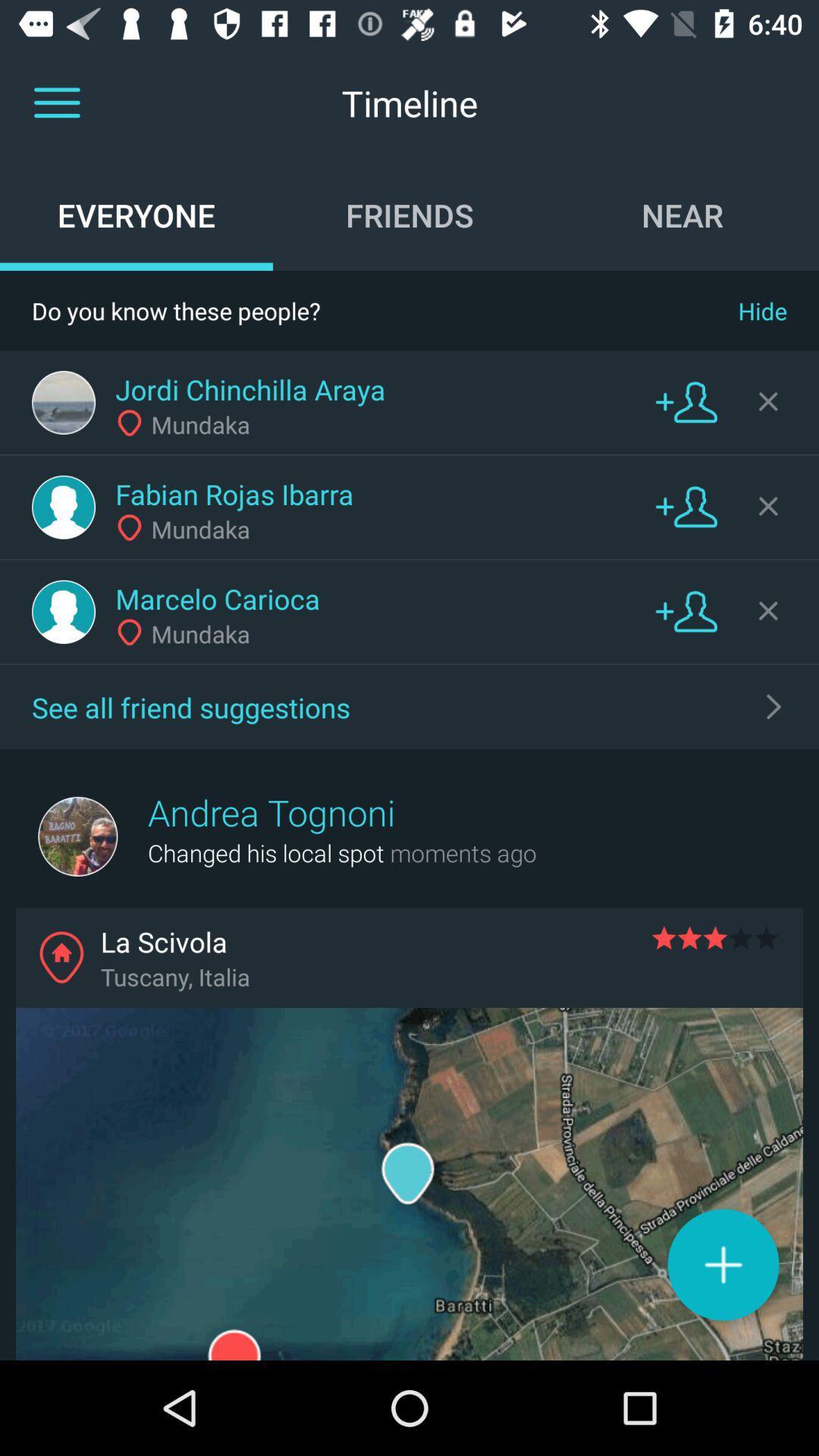 This screenshot has width=819, height=1456. Describe the element at coordinates (56, 102) in the screenshot. I see `item to the left of timeline` at that location.